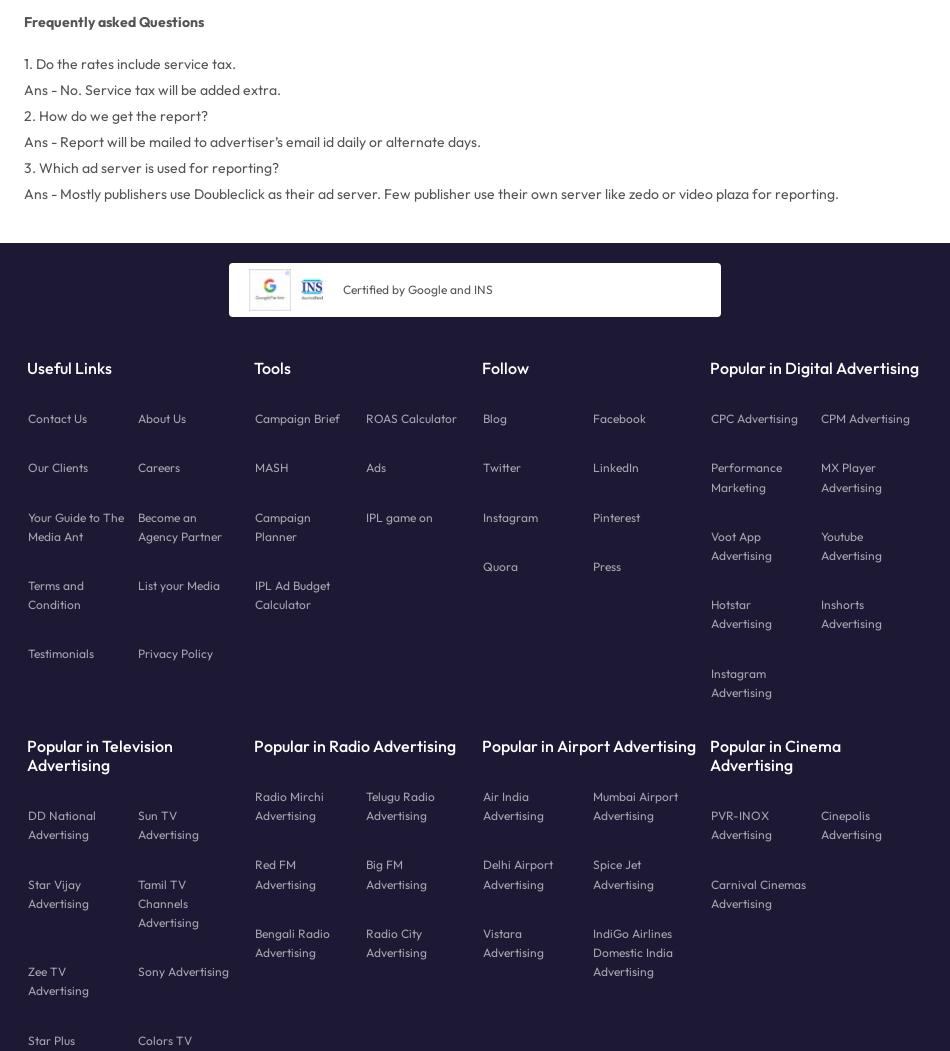  What do you see at coordinates (60, 653) in the screenshot?
I see `'Testimonials'` at bounding box center [60, 653].